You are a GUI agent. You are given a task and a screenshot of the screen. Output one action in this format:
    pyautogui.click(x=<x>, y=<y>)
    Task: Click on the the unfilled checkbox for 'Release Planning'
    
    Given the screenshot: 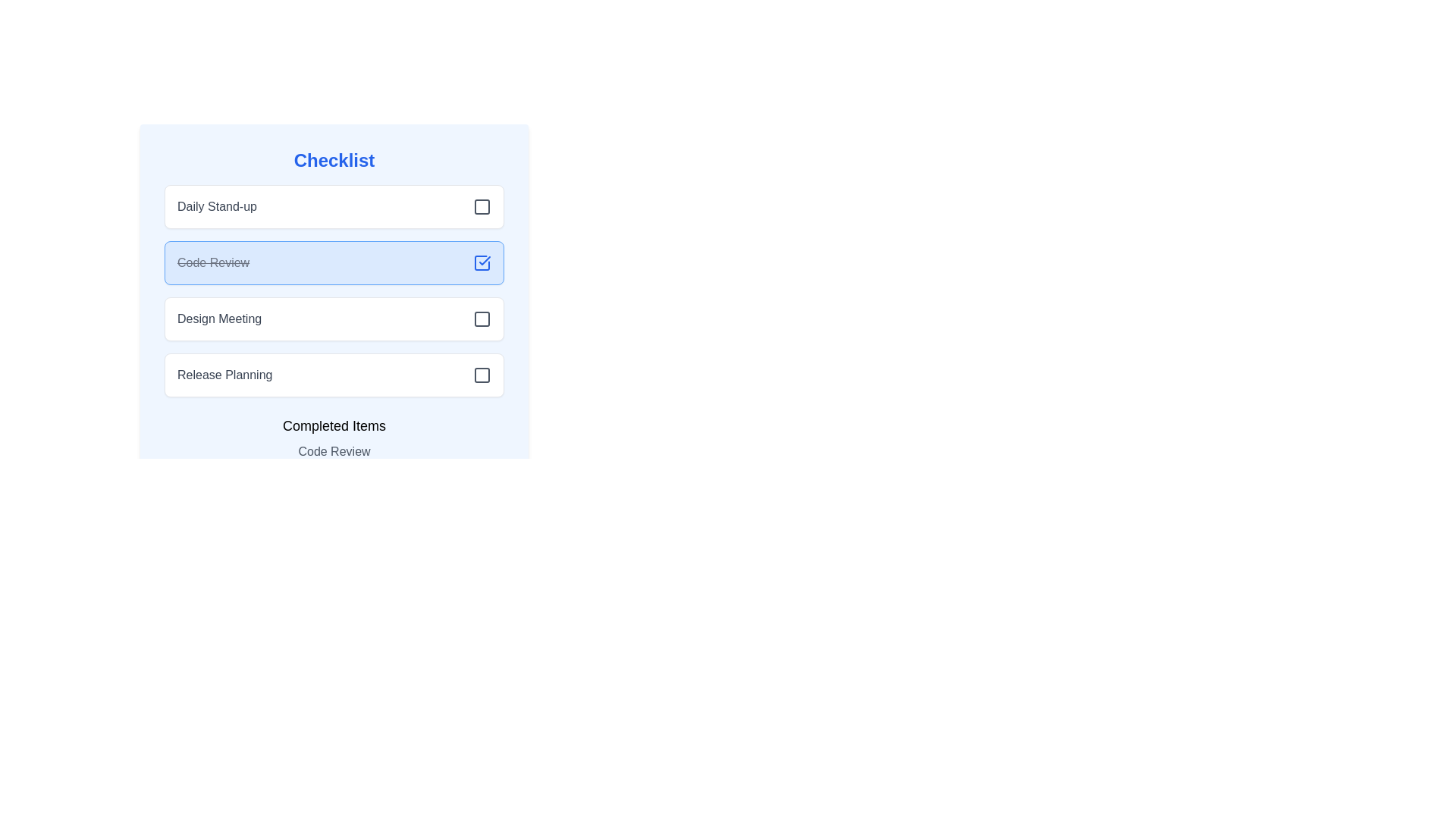 What is the action you would take?
    pyautogui.click(x=481, y=375)
    